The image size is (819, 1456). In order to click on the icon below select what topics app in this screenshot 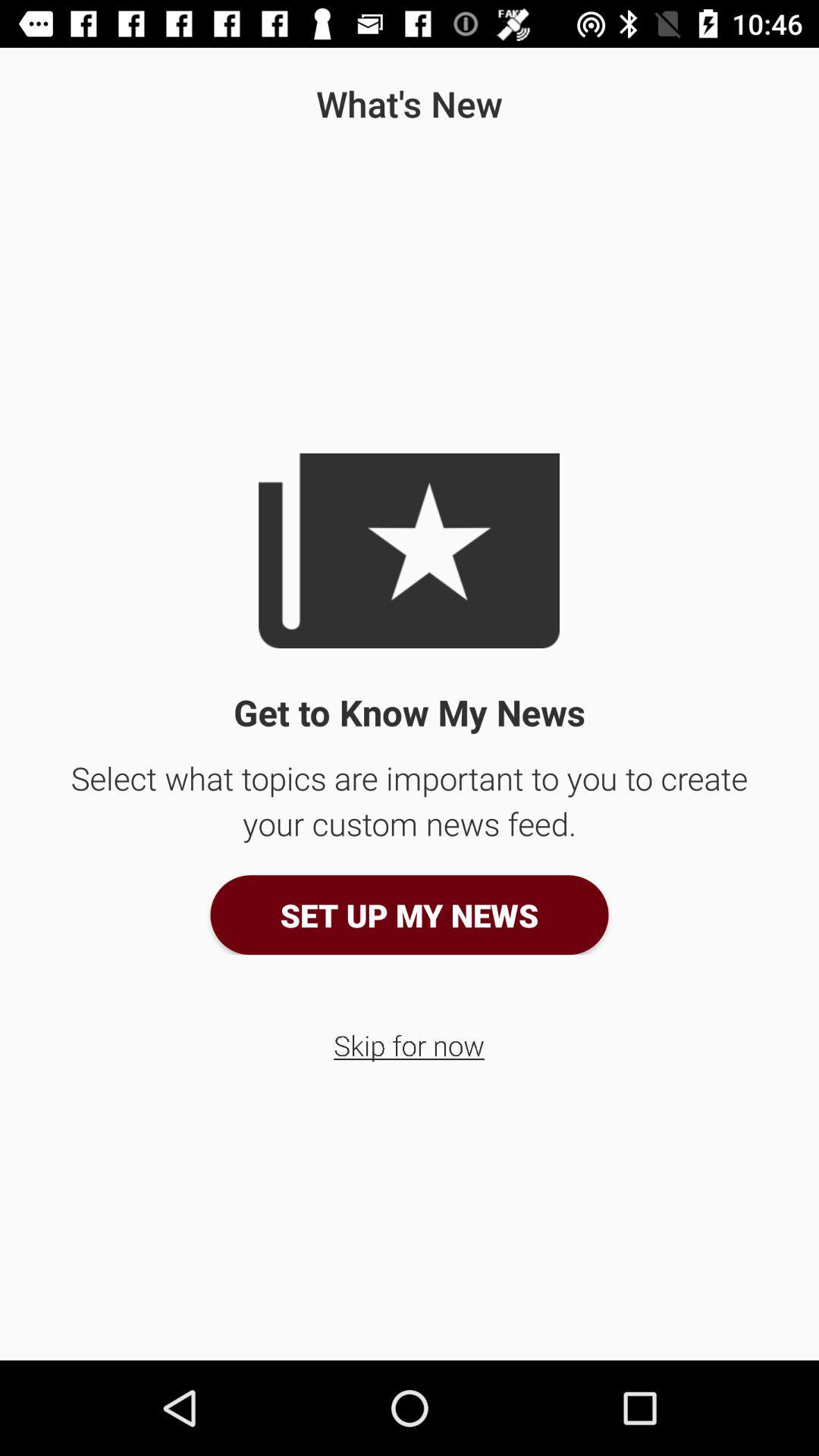, I will do `click(409, 914)`.